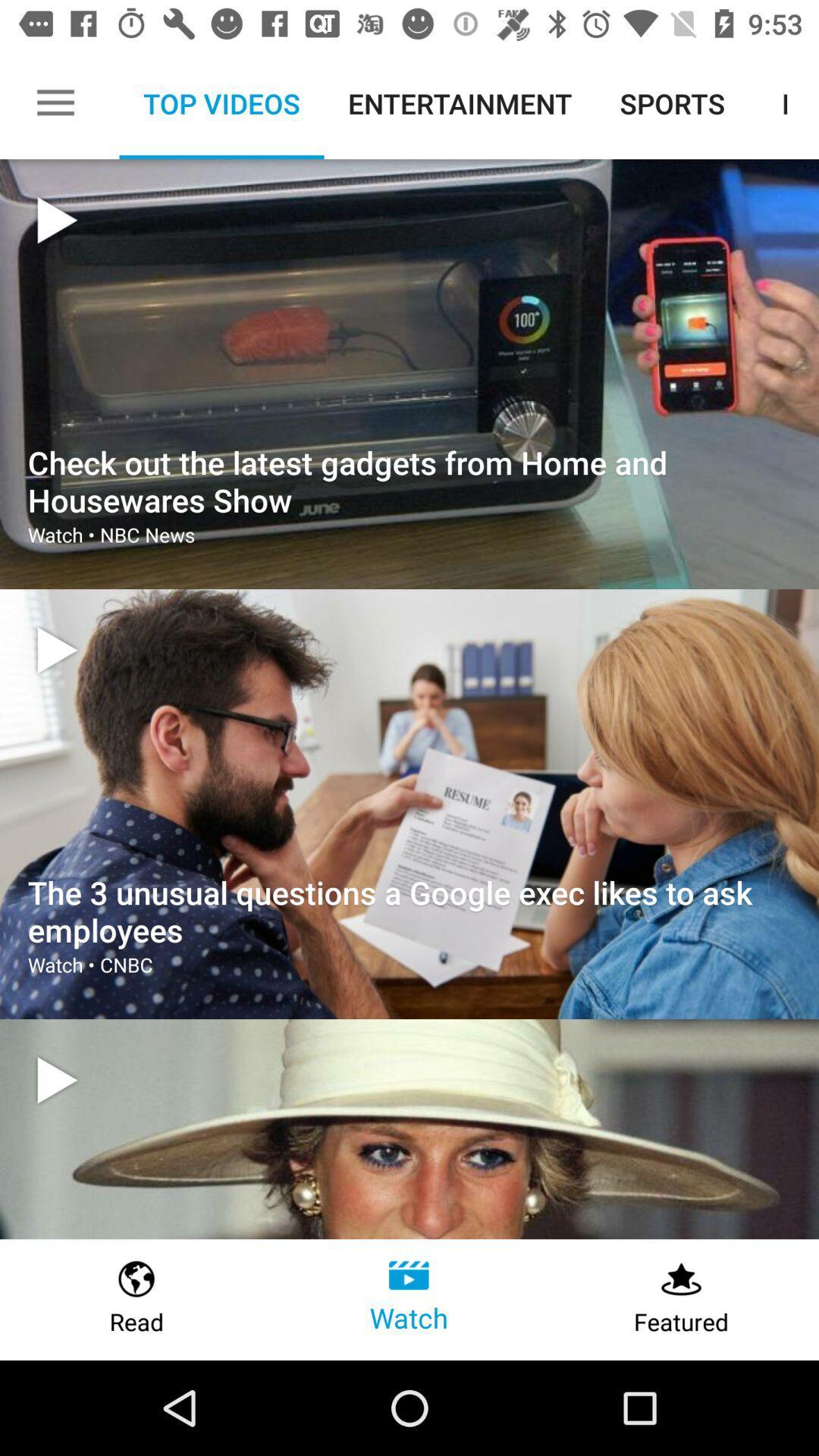 The width and height of the screenshot is (819, 1456). Describe the element at coordinates (56, 1079) in the screenshot. I see `a video` at that location.